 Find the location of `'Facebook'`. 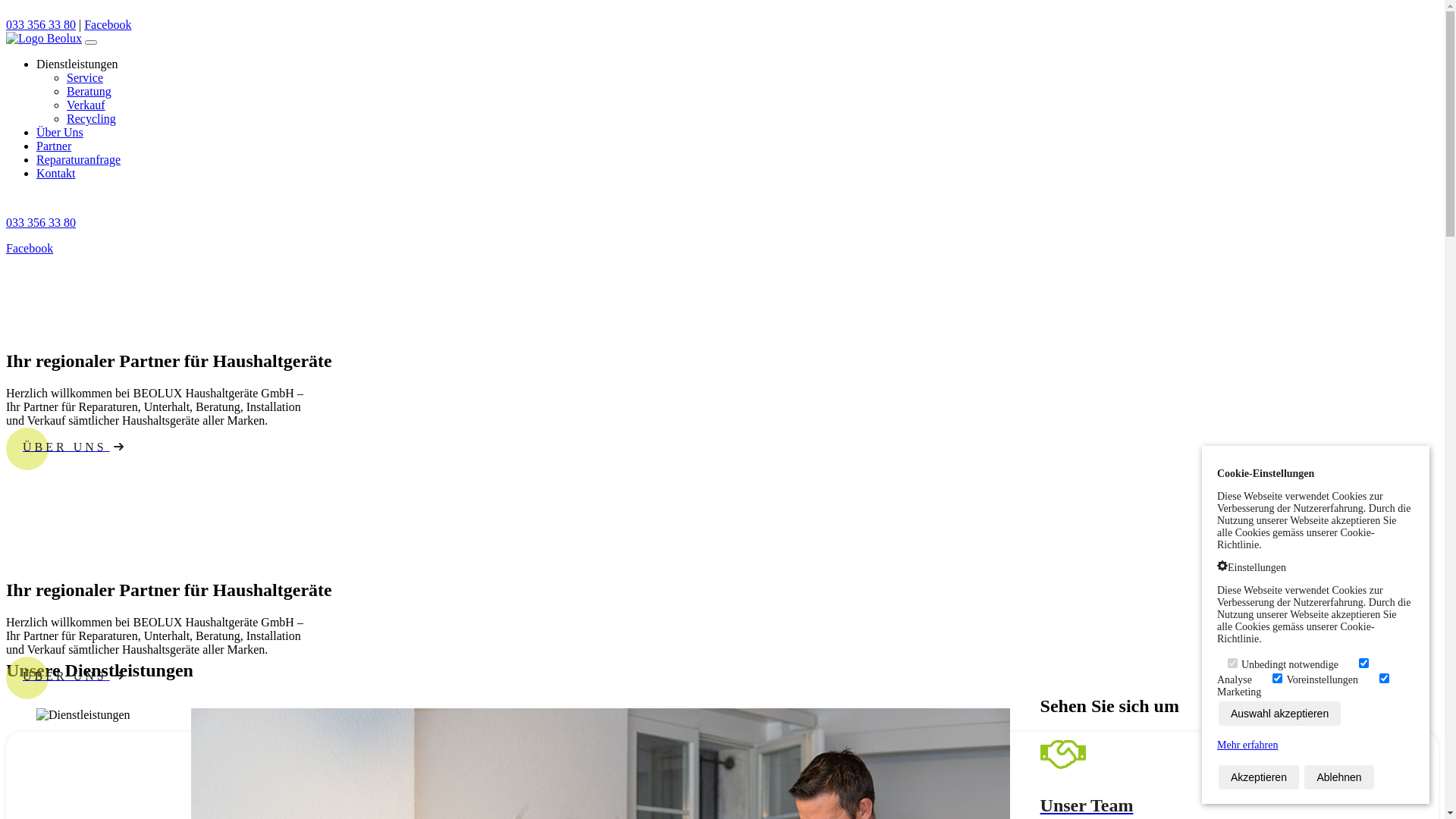

'Facebook' is located at coordinates (29, 247).